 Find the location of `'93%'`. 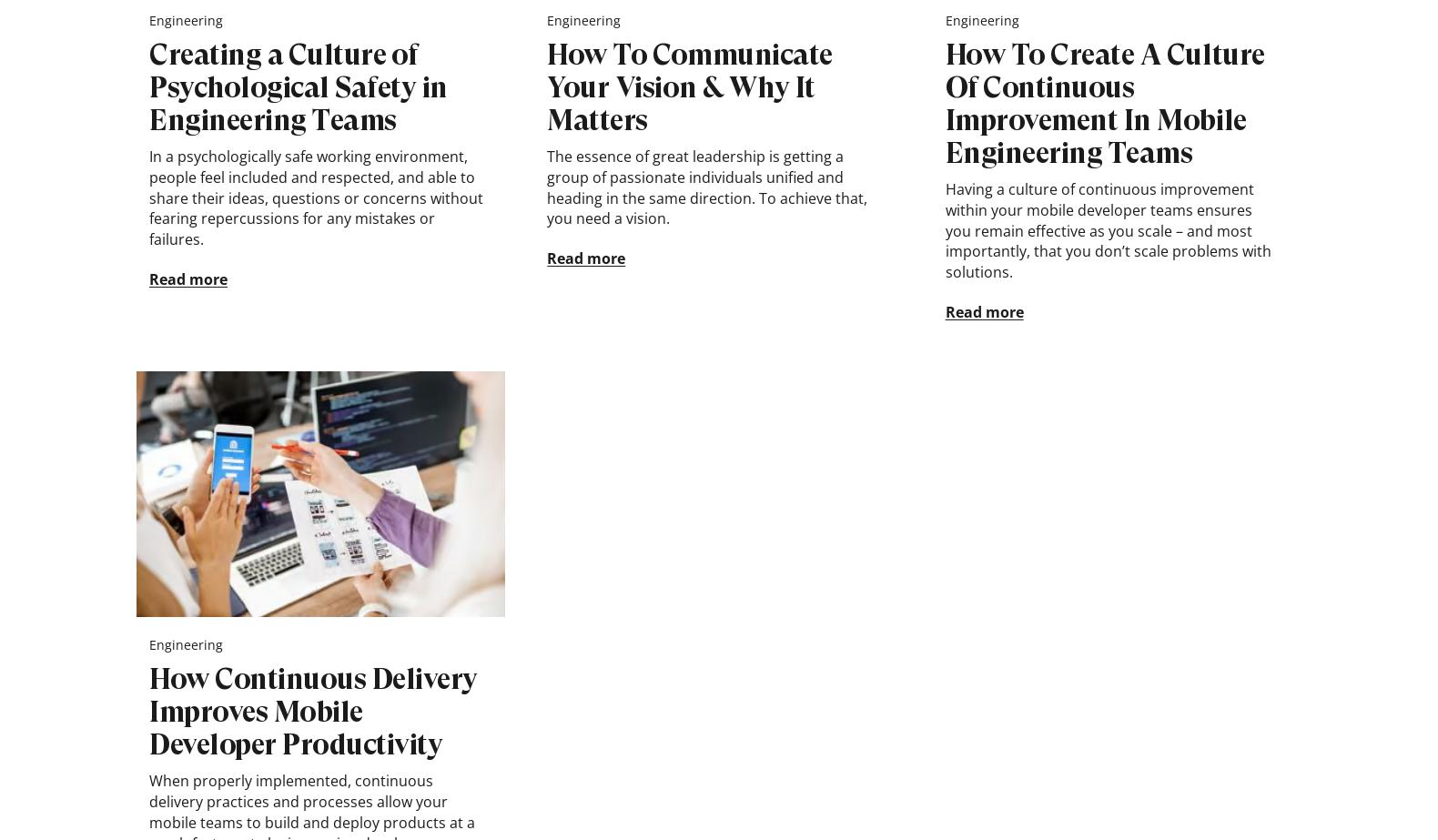

'93%' is located at coordinates (1191, 61).